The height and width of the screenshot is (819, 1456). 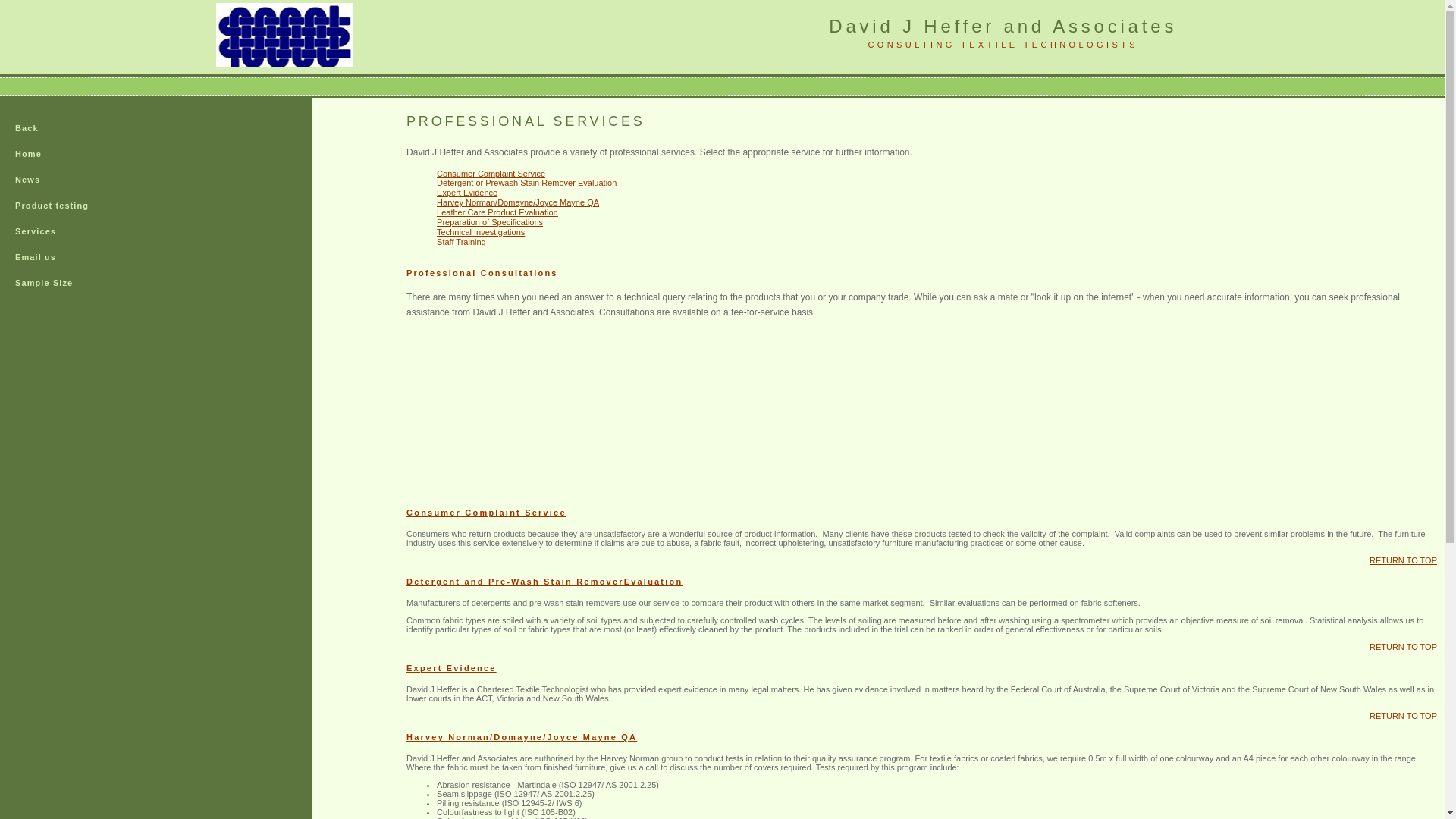 I want to click on 'Services', so click(x=61, y=231).